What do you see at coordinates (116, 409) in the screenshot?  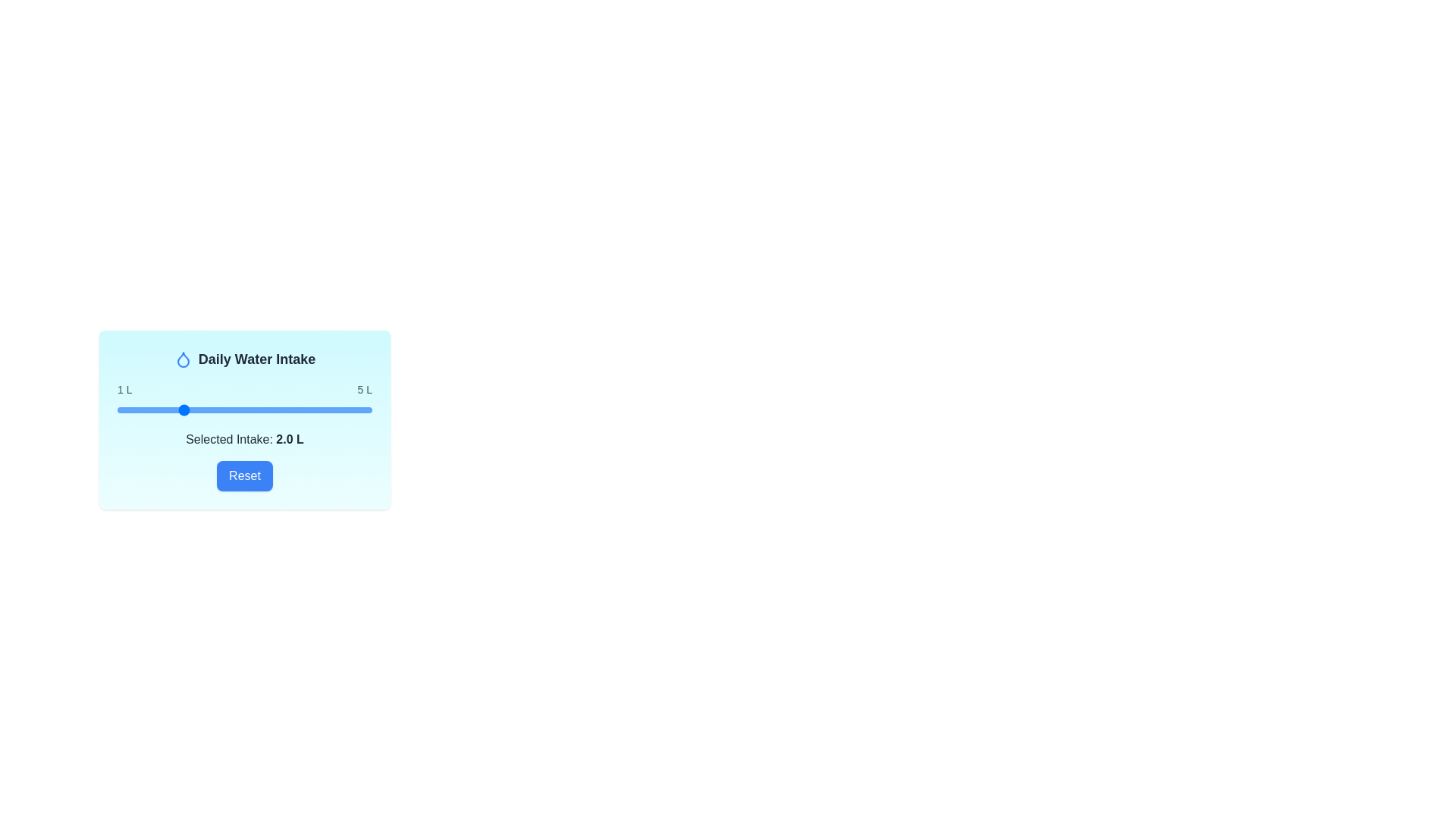 I see `the water intake slider to 1 liters` at bounding box center [116, 409].